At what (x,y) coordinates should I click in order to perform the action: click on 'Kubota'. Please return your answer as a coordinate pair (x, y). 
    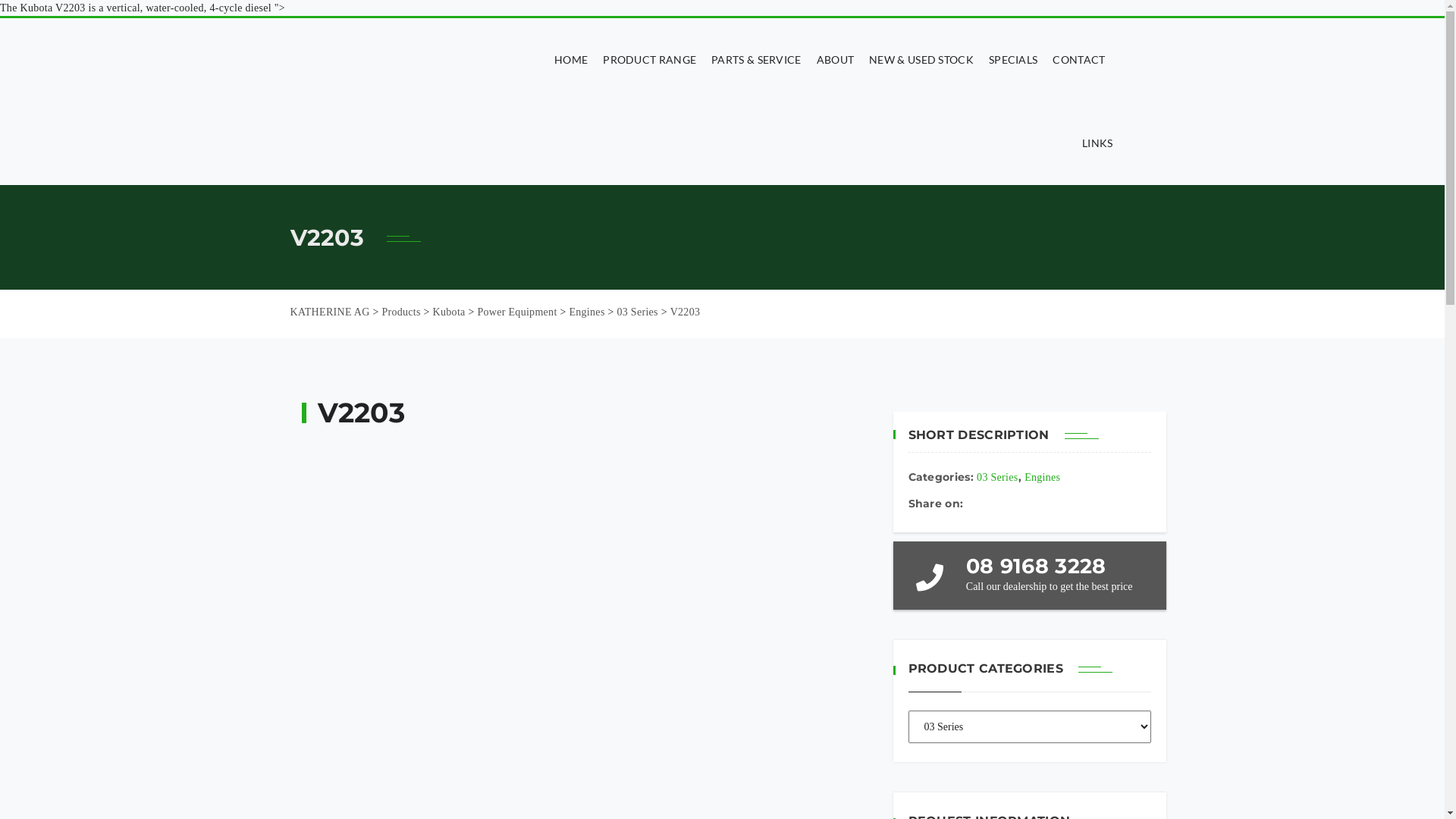
    Looking at the image, I should click on (448, 311).